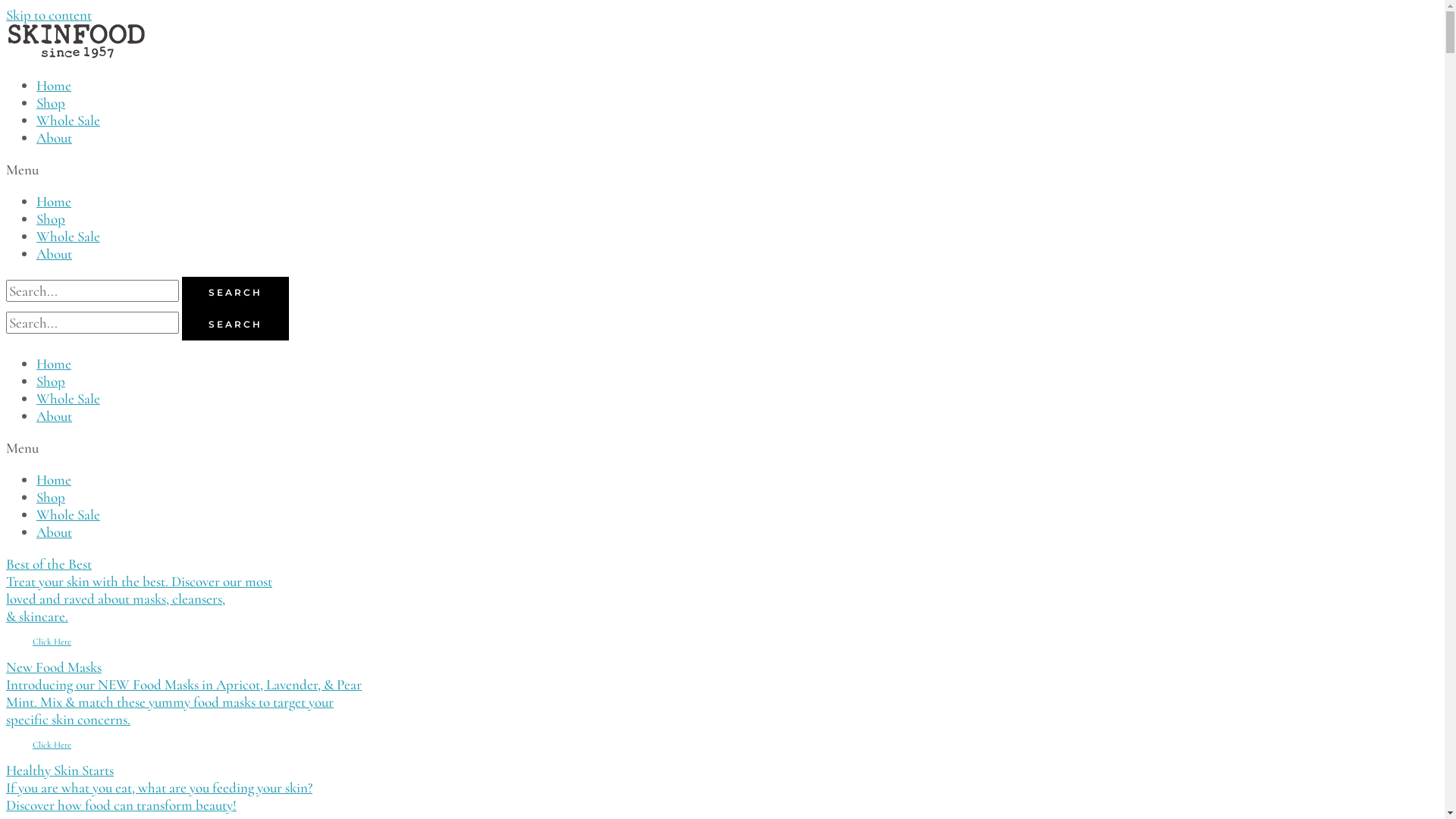  I want to click on 'Search', so click(91, 290).